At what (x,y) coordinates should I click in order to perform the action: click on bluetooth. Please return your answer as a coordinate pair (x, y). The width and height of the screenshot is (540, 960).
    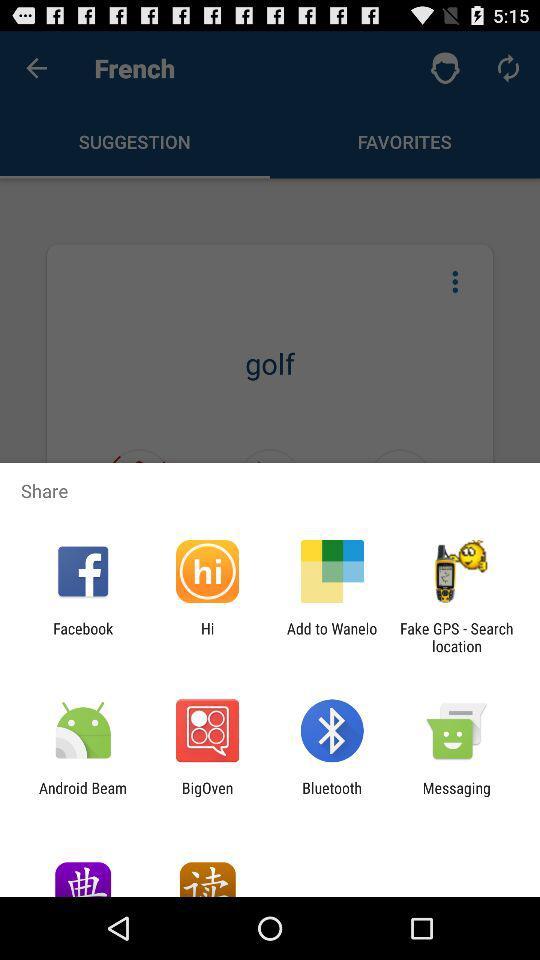
    Looking at the image, I should click on (332, 796).